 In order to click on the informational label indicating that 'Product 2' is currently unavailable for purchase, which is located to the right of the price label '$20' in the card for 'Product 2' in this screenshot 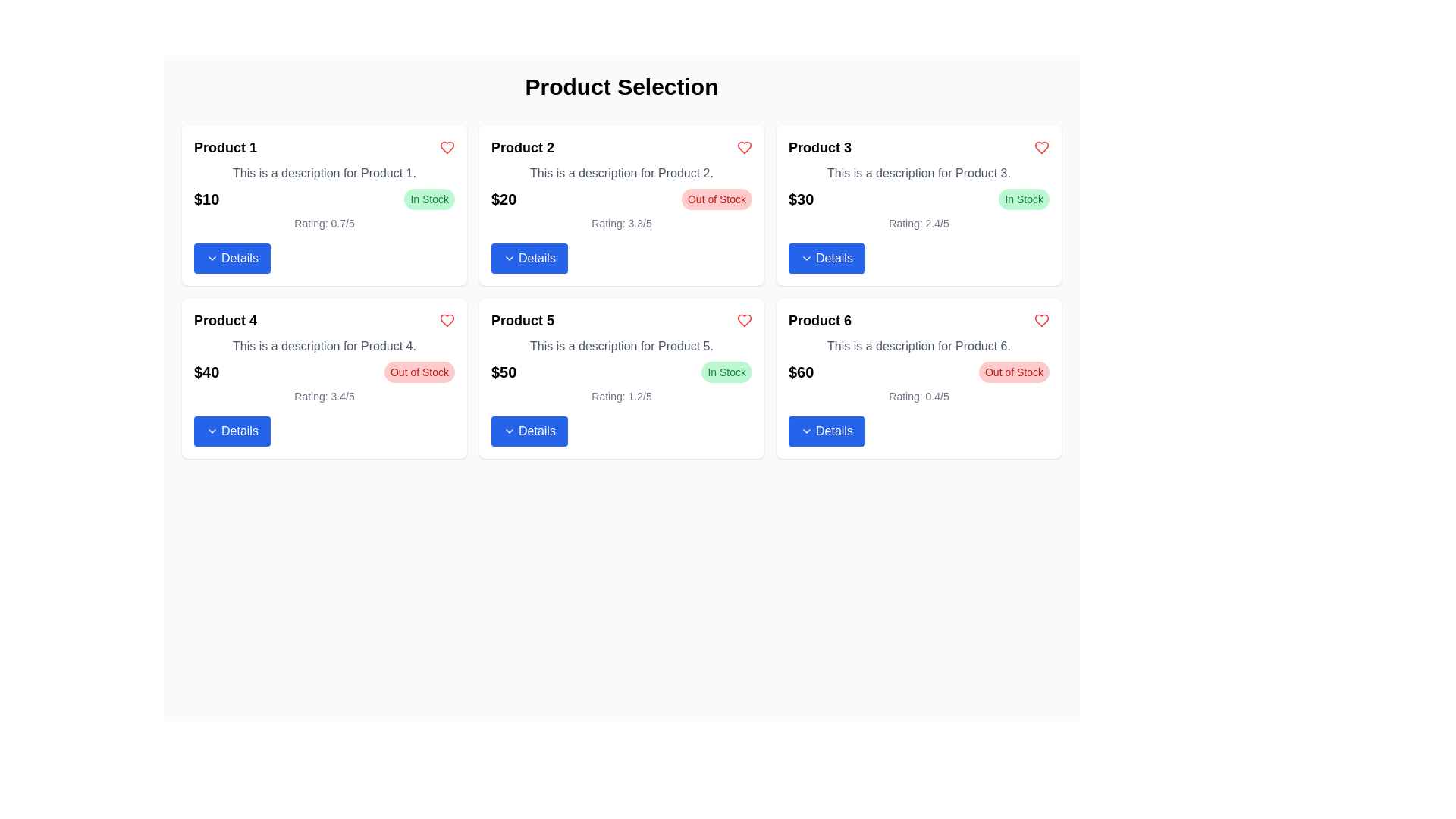, I will do `click(716, 198)`.